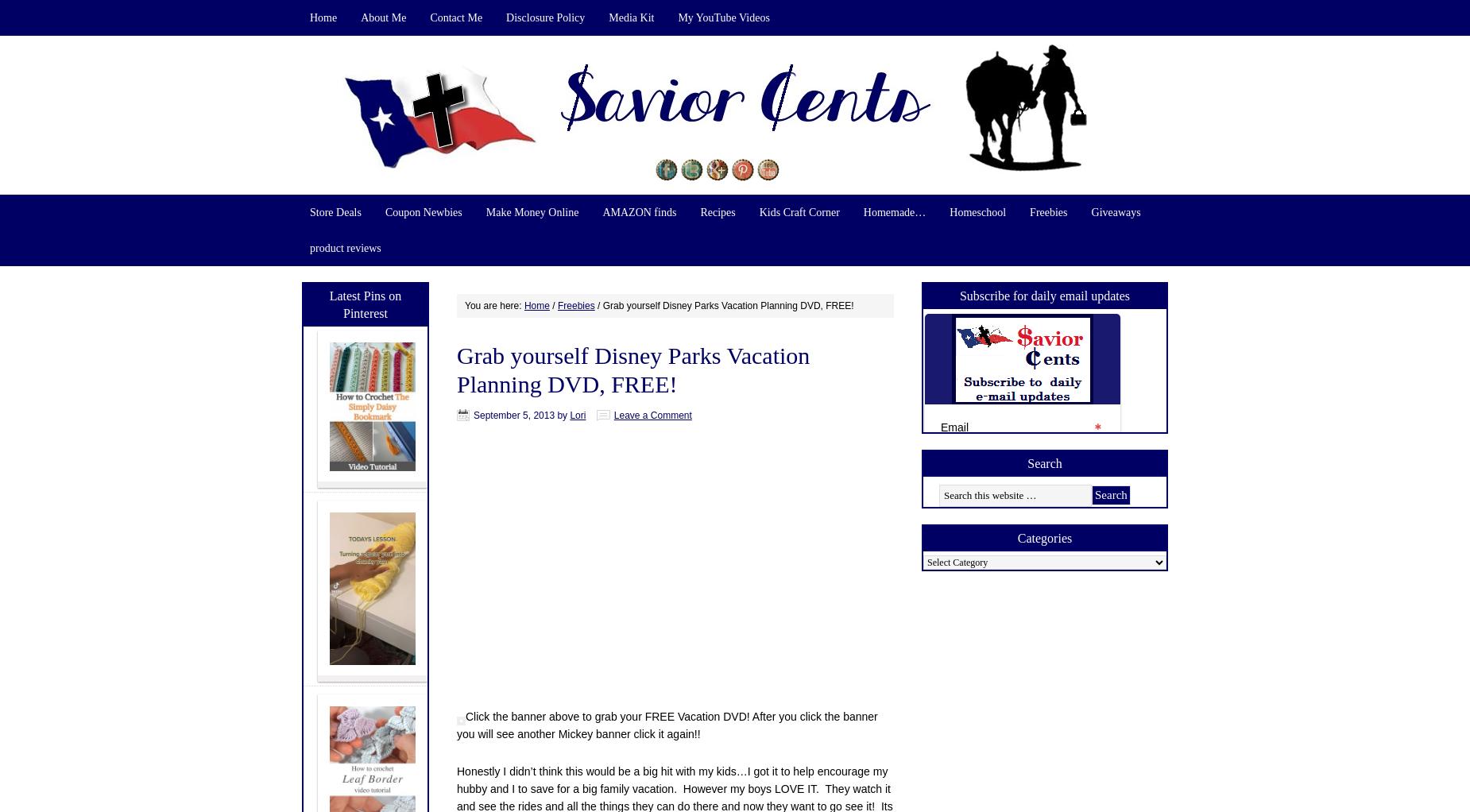  I want to click on 'Freebies', so click(576, 304).